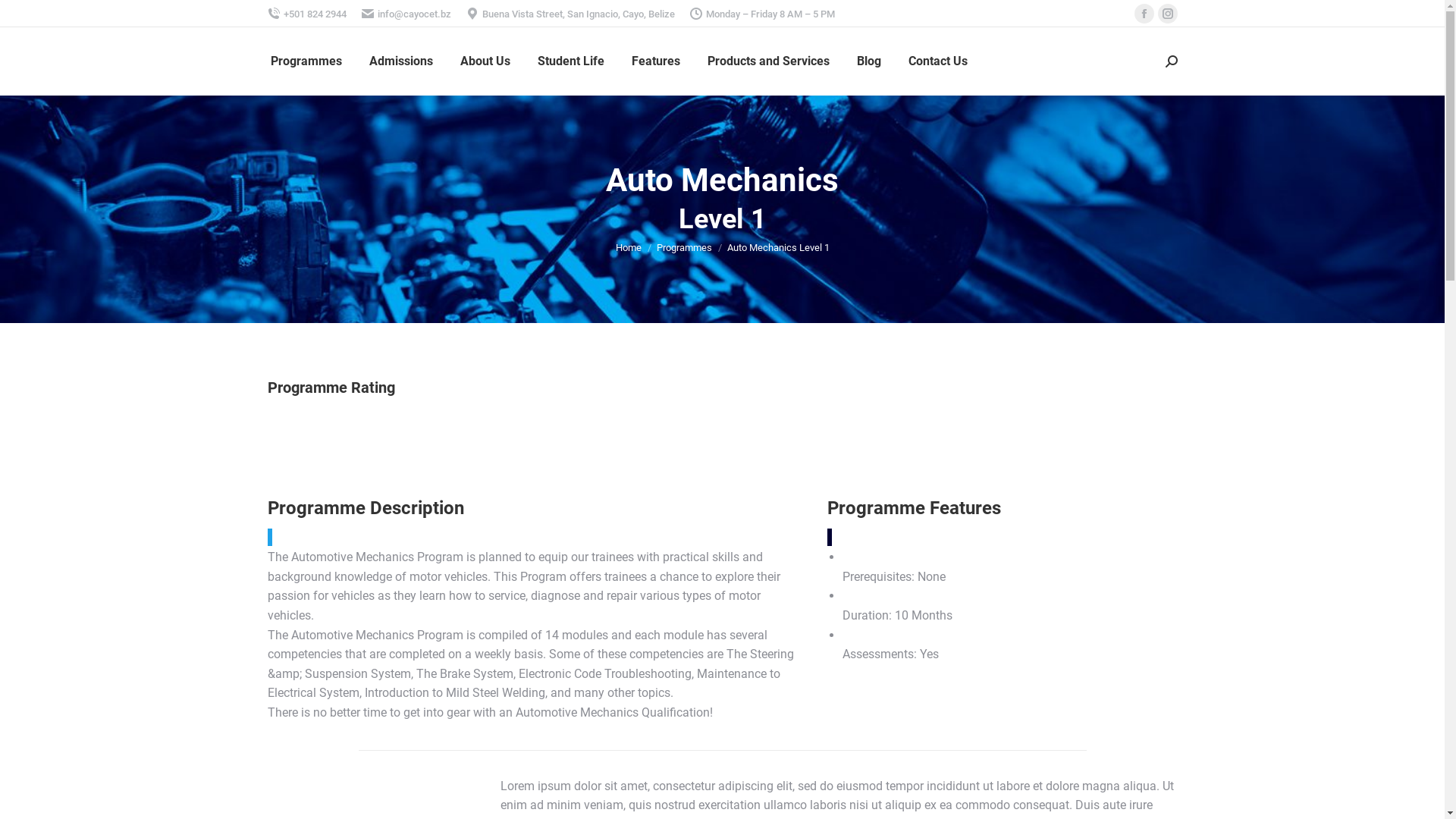 The image size is (1456, 819). I want to click on 'Go!', so click(21, 14).